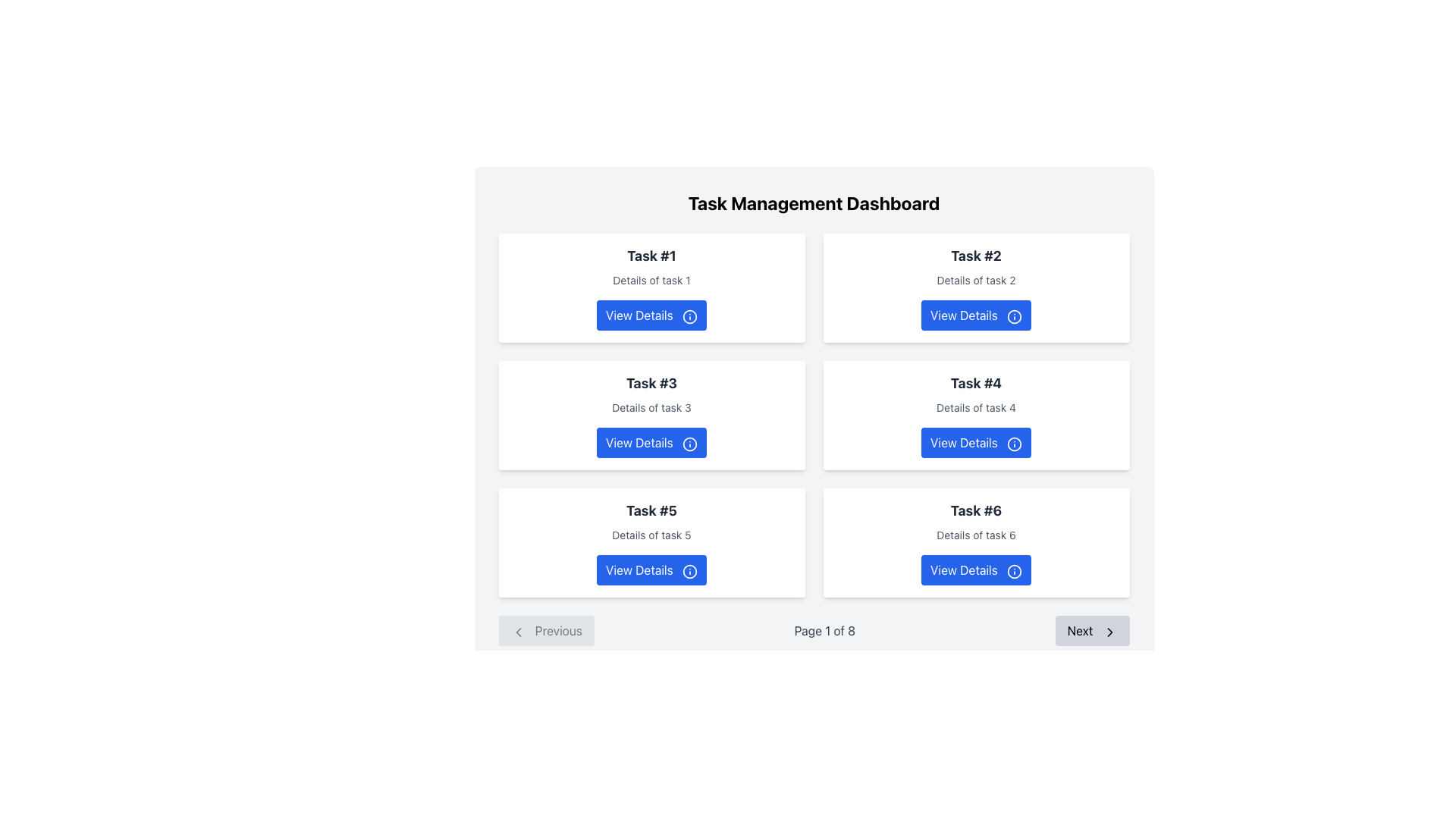  I want to click on the 'Previous' button which contains the left-pointing arrow icon, so click(518, 632).